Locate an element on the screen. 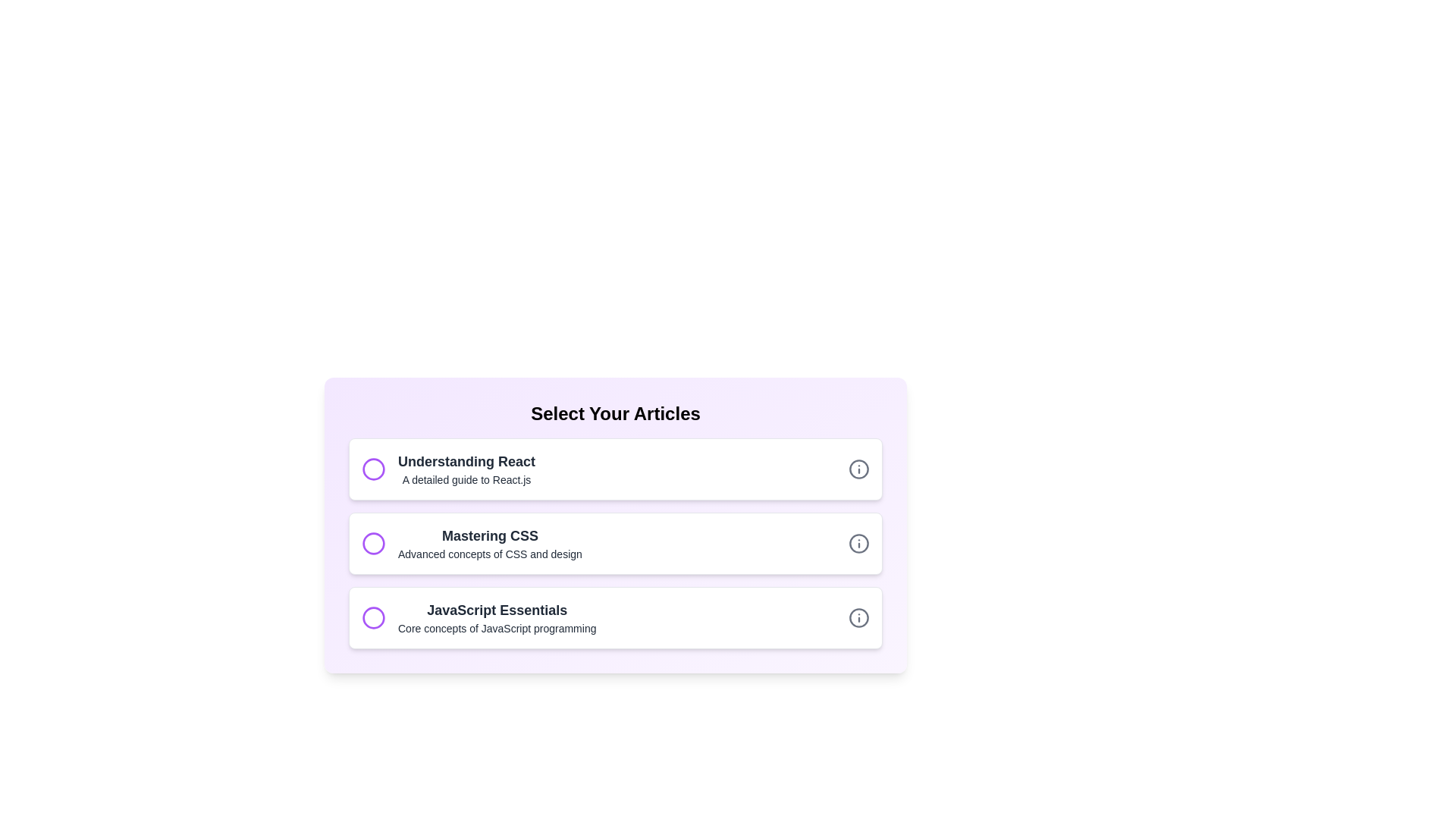 Image resolution: width=1456 pixels, height=819 pixels. the title and description of the article with title Mastering CSS is located at coordinates (615, 543).